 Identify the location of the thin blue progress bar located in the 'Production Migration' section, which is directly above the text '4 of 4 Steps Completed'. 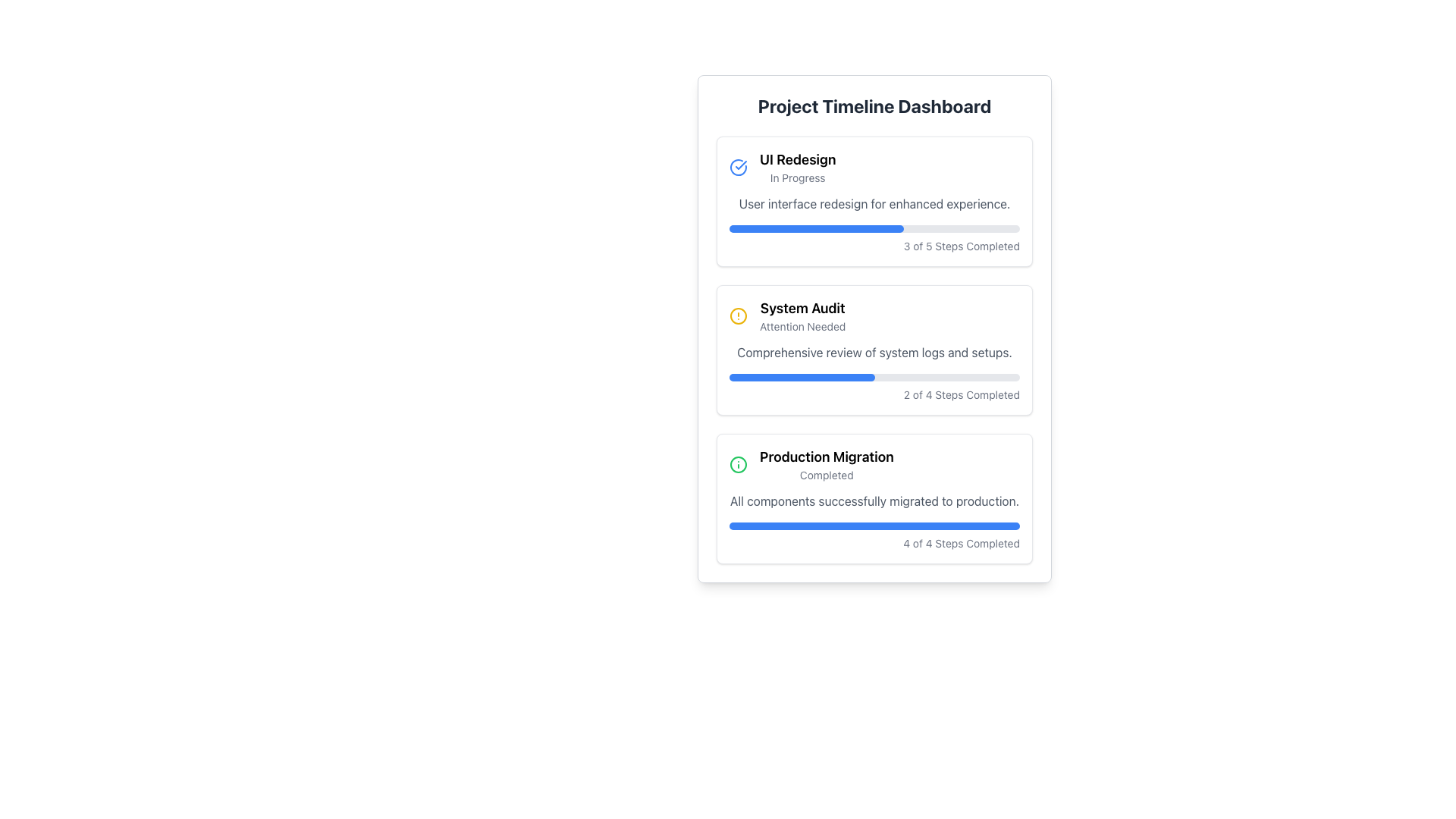
(874, 526).